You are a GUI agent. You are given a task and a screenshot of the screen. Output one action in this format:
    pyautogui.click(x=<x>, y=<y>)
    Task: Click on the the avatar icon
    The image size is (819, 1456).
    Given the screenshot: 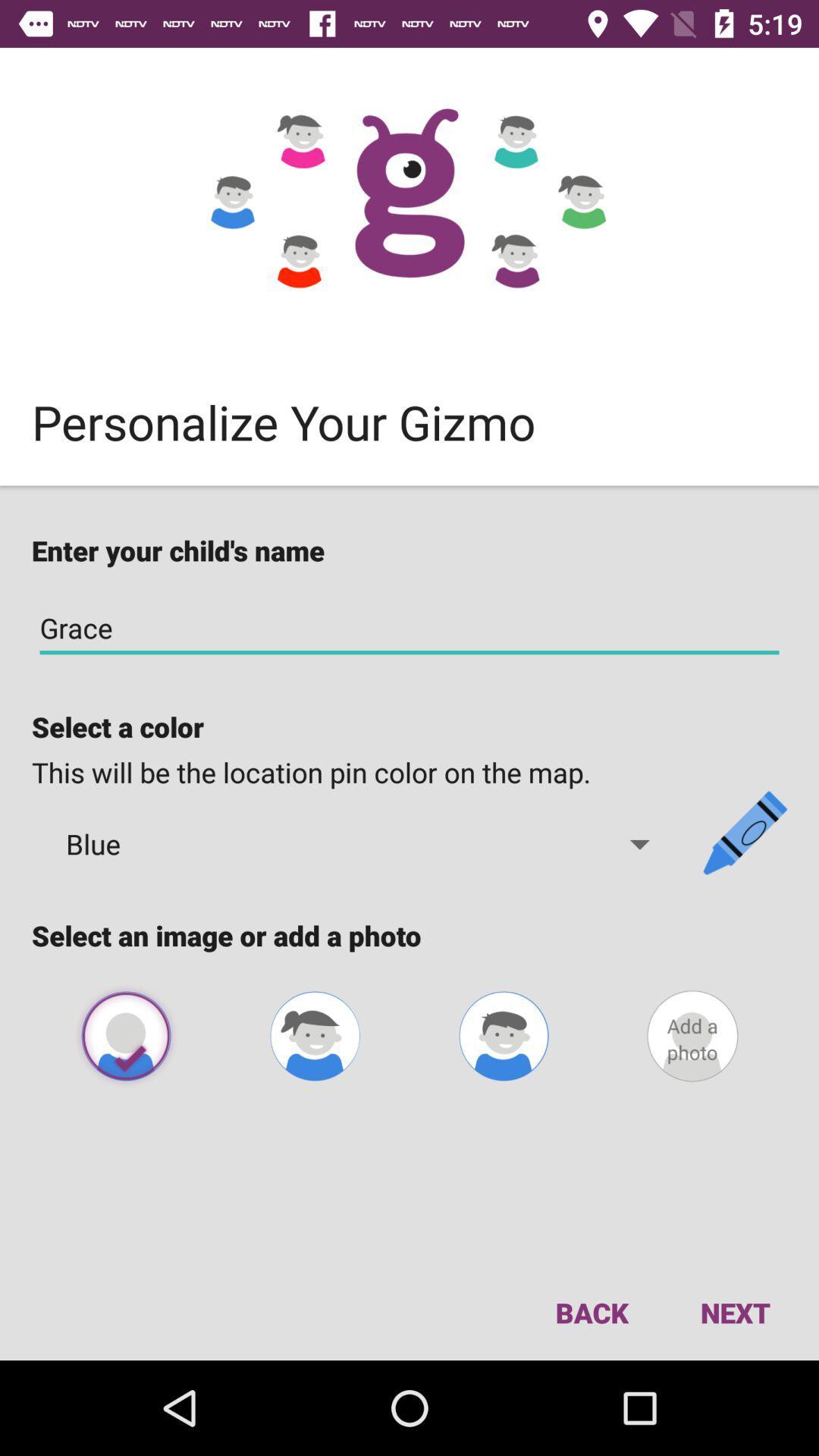 What is the action you would take?
    pyautogui.click(x=504, y=1035)
    